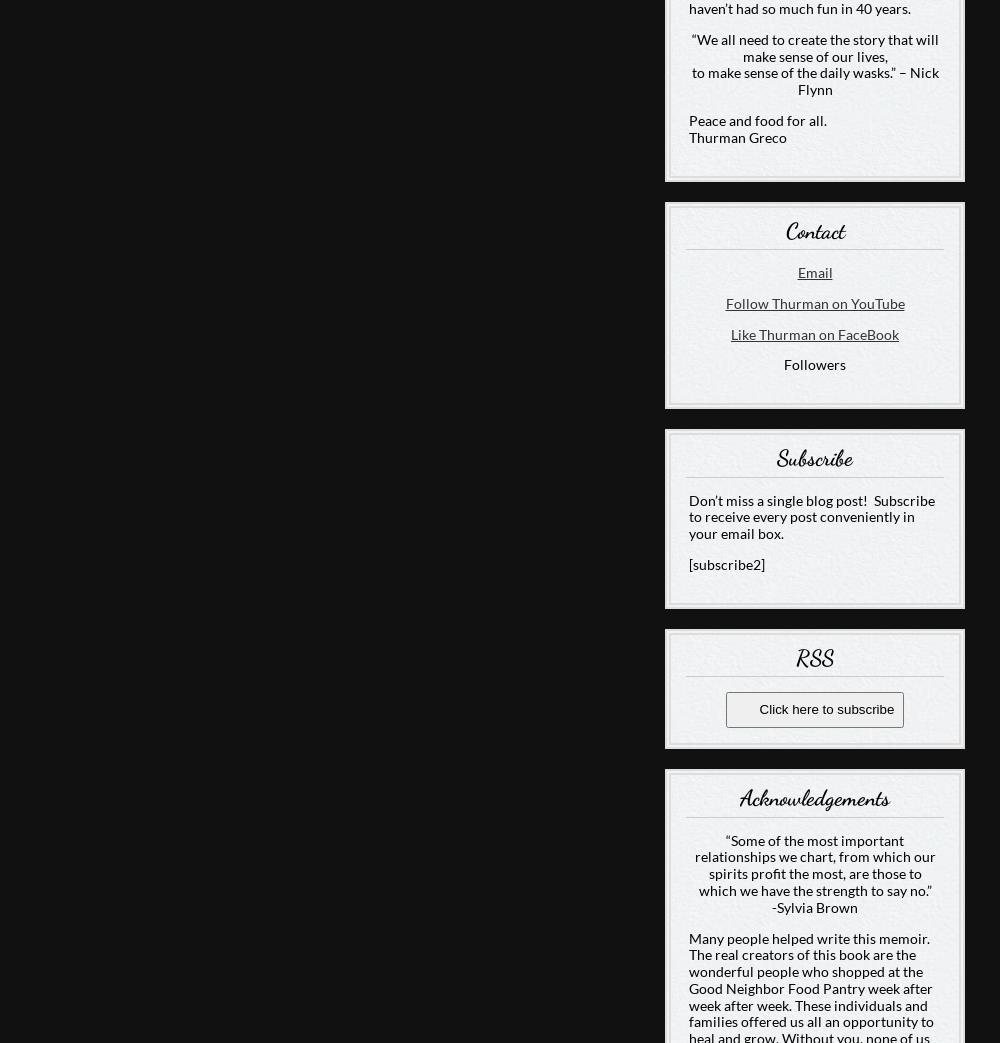  Describe the element at coordinates (725, 563) in the screenshot. I see `'[subscribe2]'` at that location.